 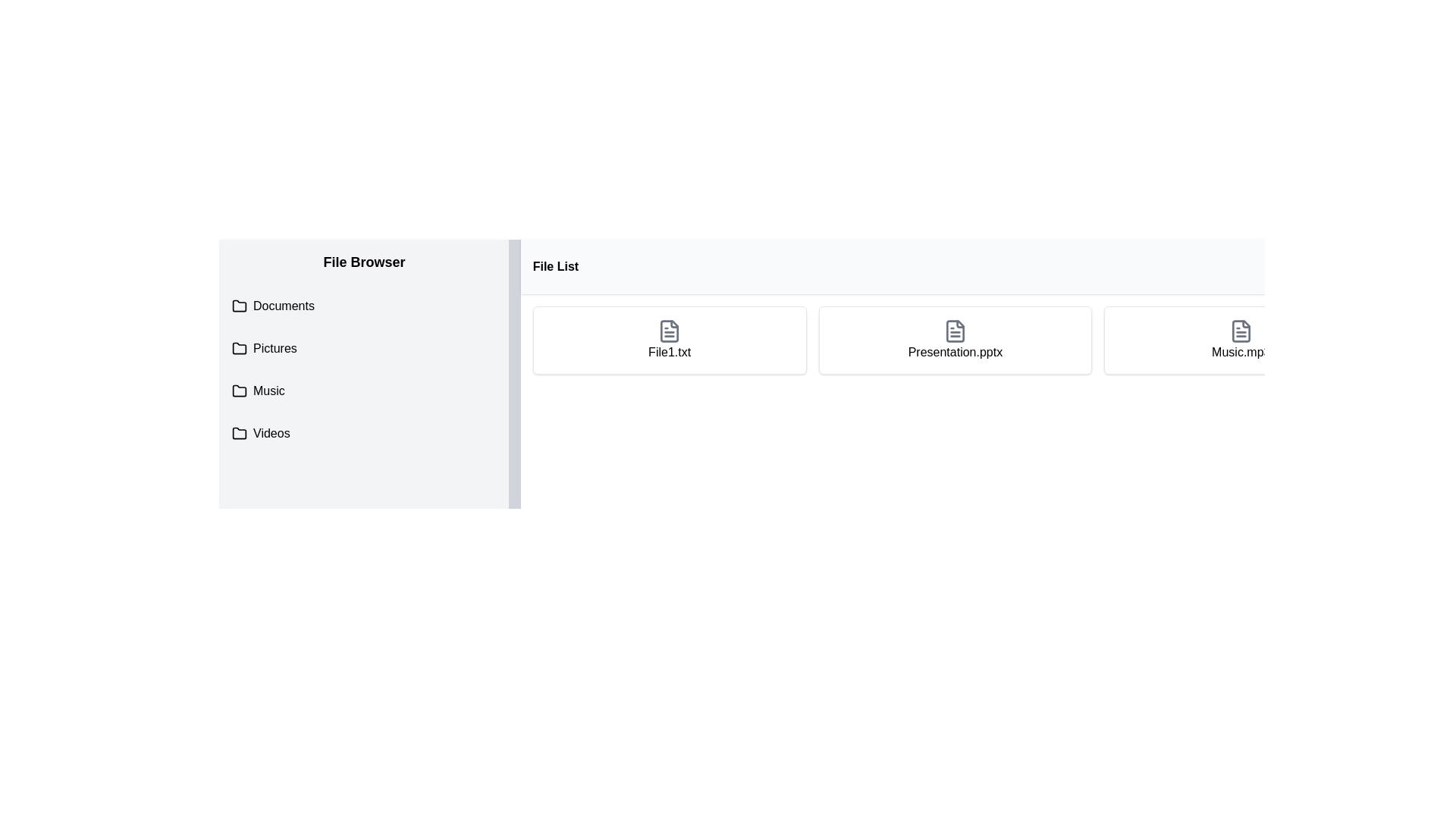 What do you see at coordinates (669, 330) in the screenshot?
I see `the document icon representing 'File1.txt' located above the label in the 'File List' section` at bounding box center [669, 330].